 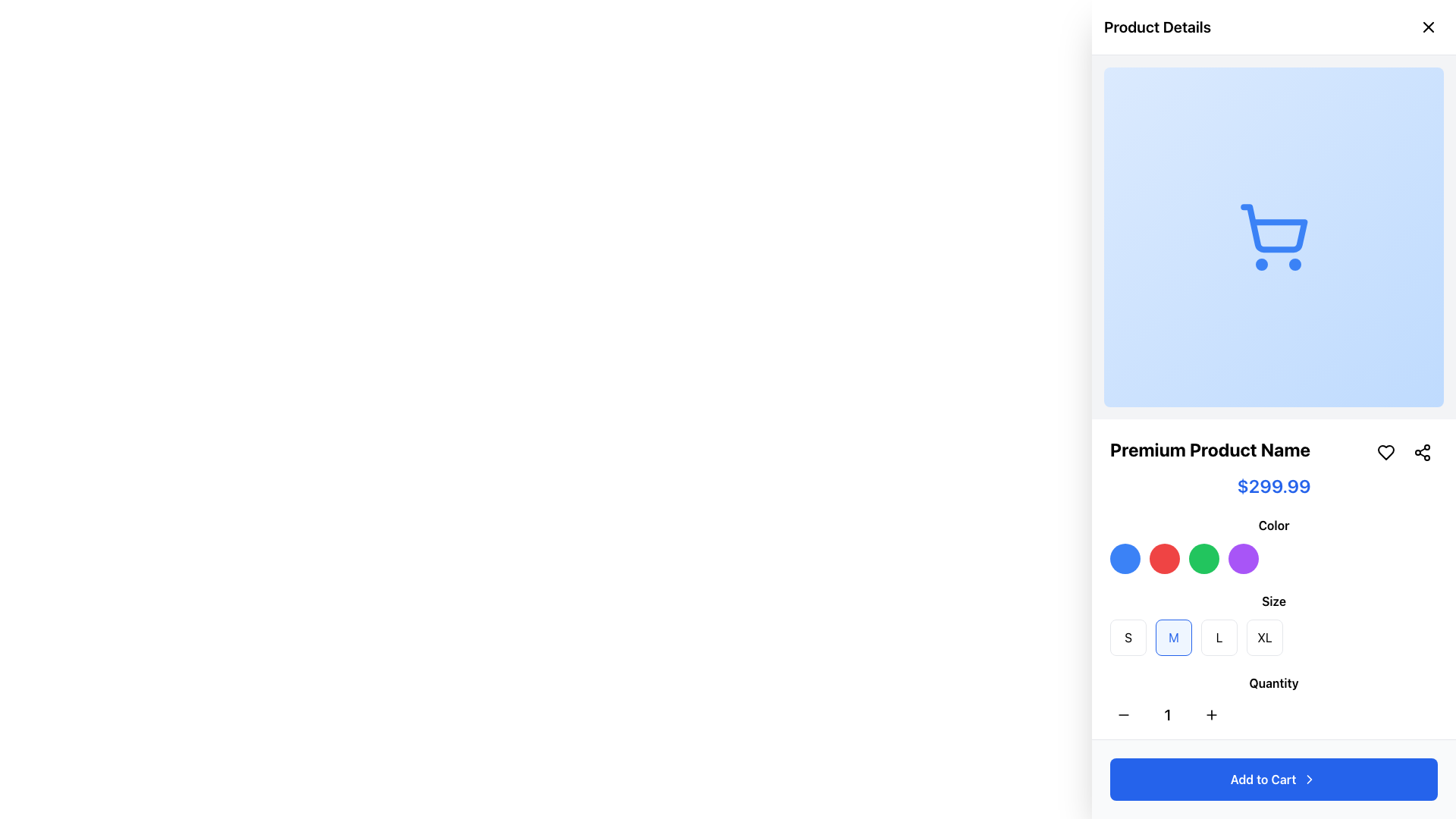 What do you see at coordinates (1124, 714) in the screenshot?
I see `the minus sign button located on the left side of the 'Quantity' section to decrease the quantity` at bounding box center [1124, 714].